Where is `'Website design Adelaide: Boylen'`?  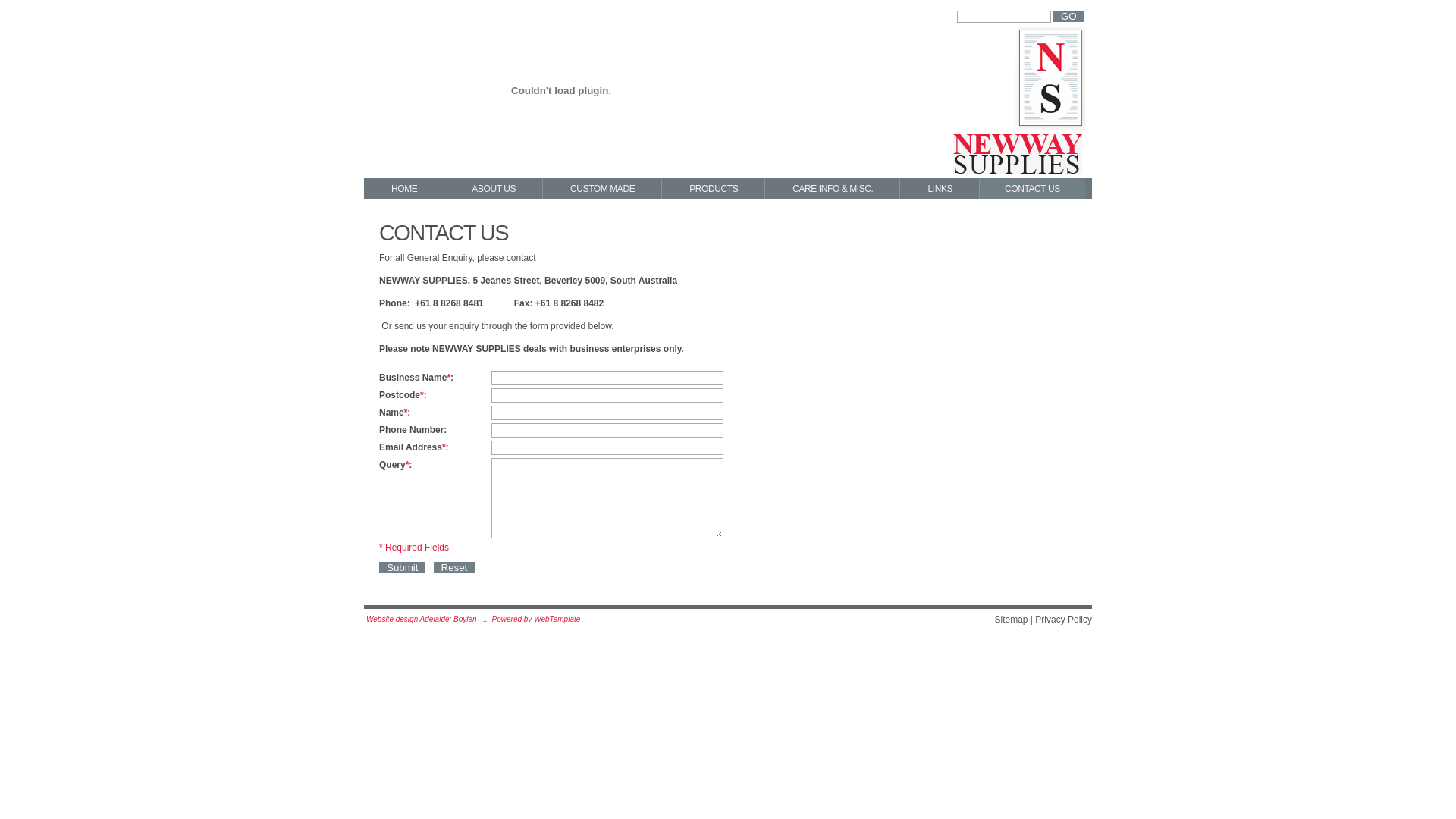
'Website design Adelaide: Boylen' is located at coordinates (422, 619).